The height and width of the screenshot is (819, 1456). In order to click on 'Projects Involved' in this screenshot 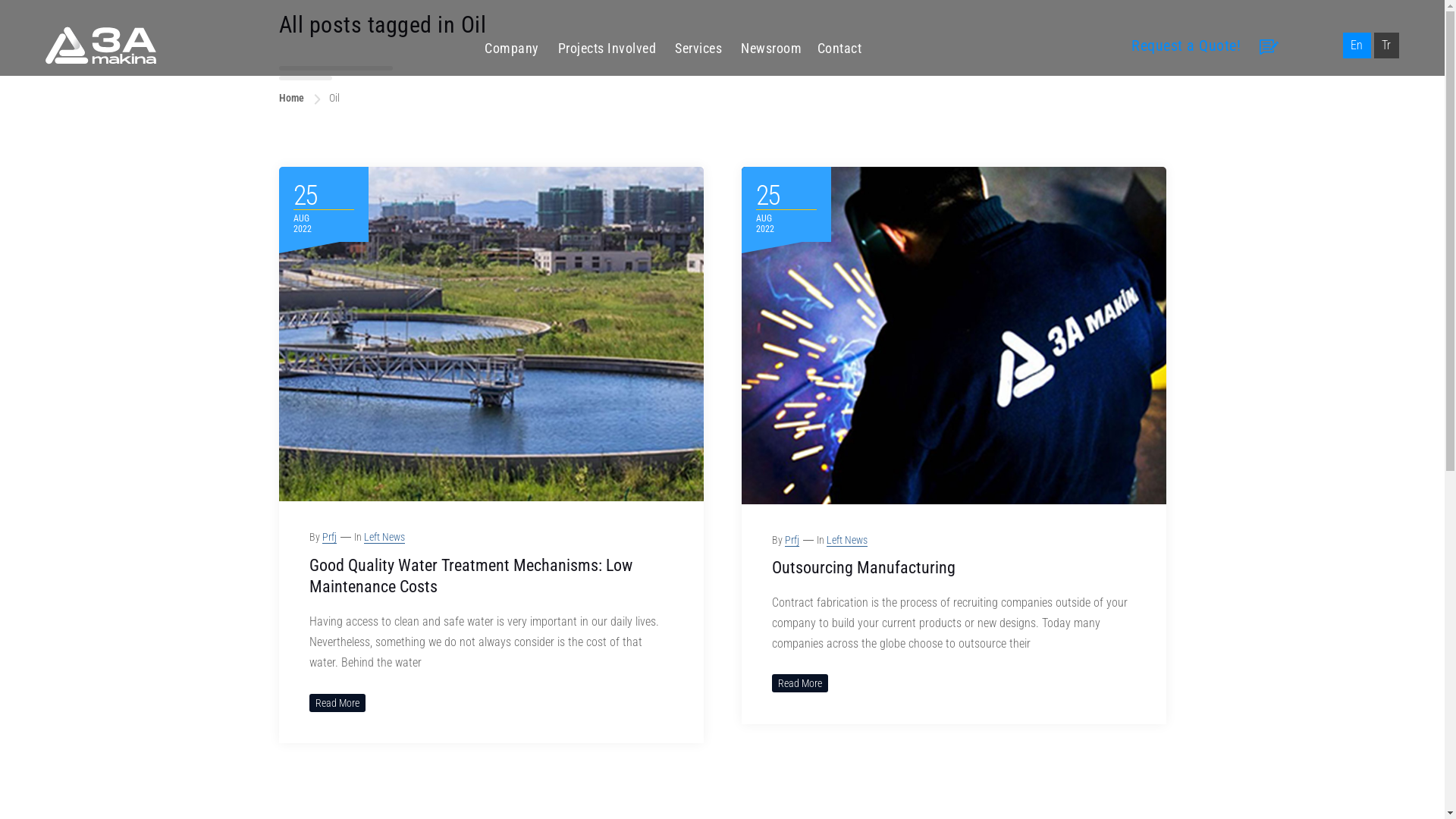, I will do `click(607, 48)`.